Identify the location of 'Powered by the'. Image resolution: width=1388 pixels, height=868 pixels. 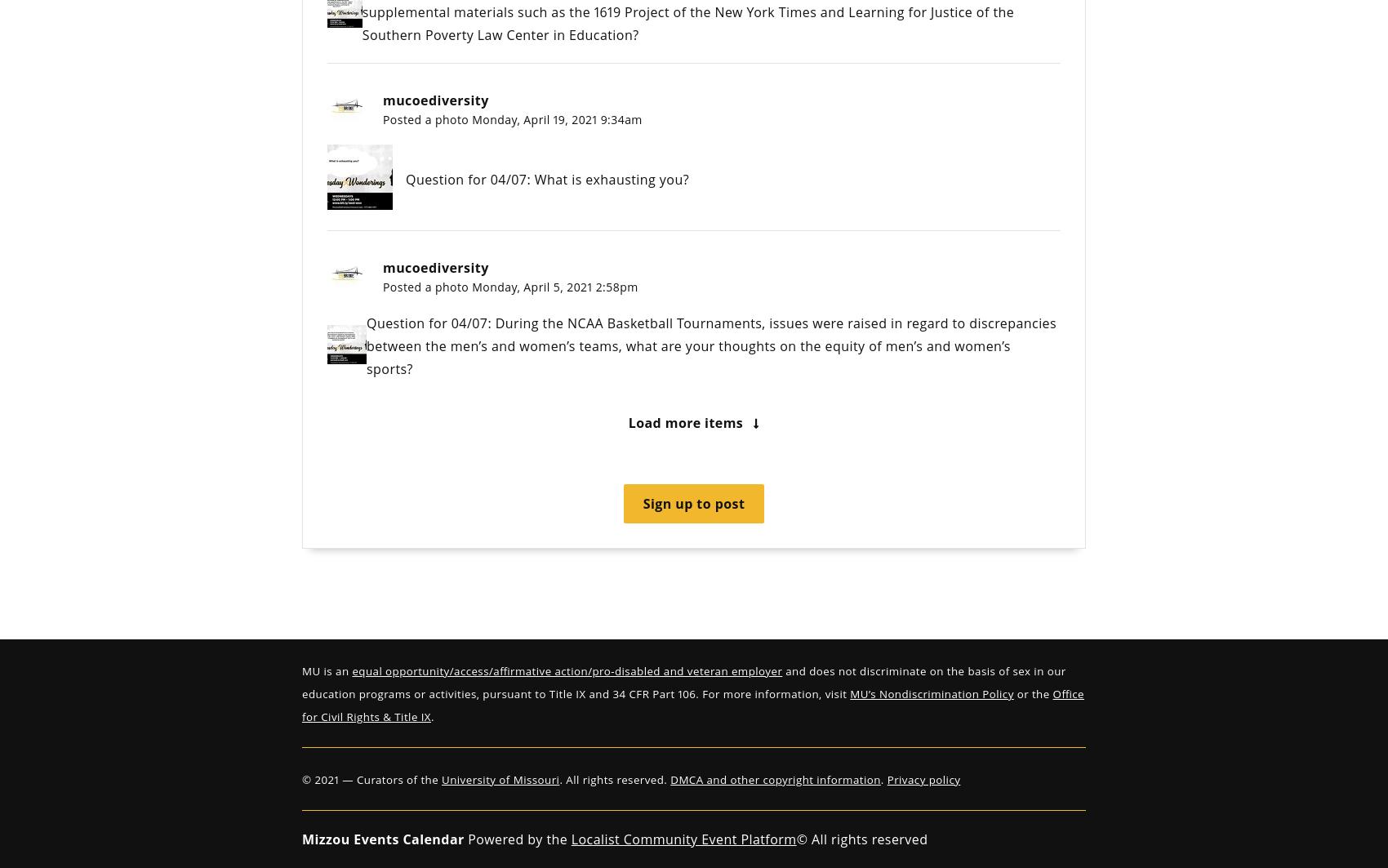
(516, 839).